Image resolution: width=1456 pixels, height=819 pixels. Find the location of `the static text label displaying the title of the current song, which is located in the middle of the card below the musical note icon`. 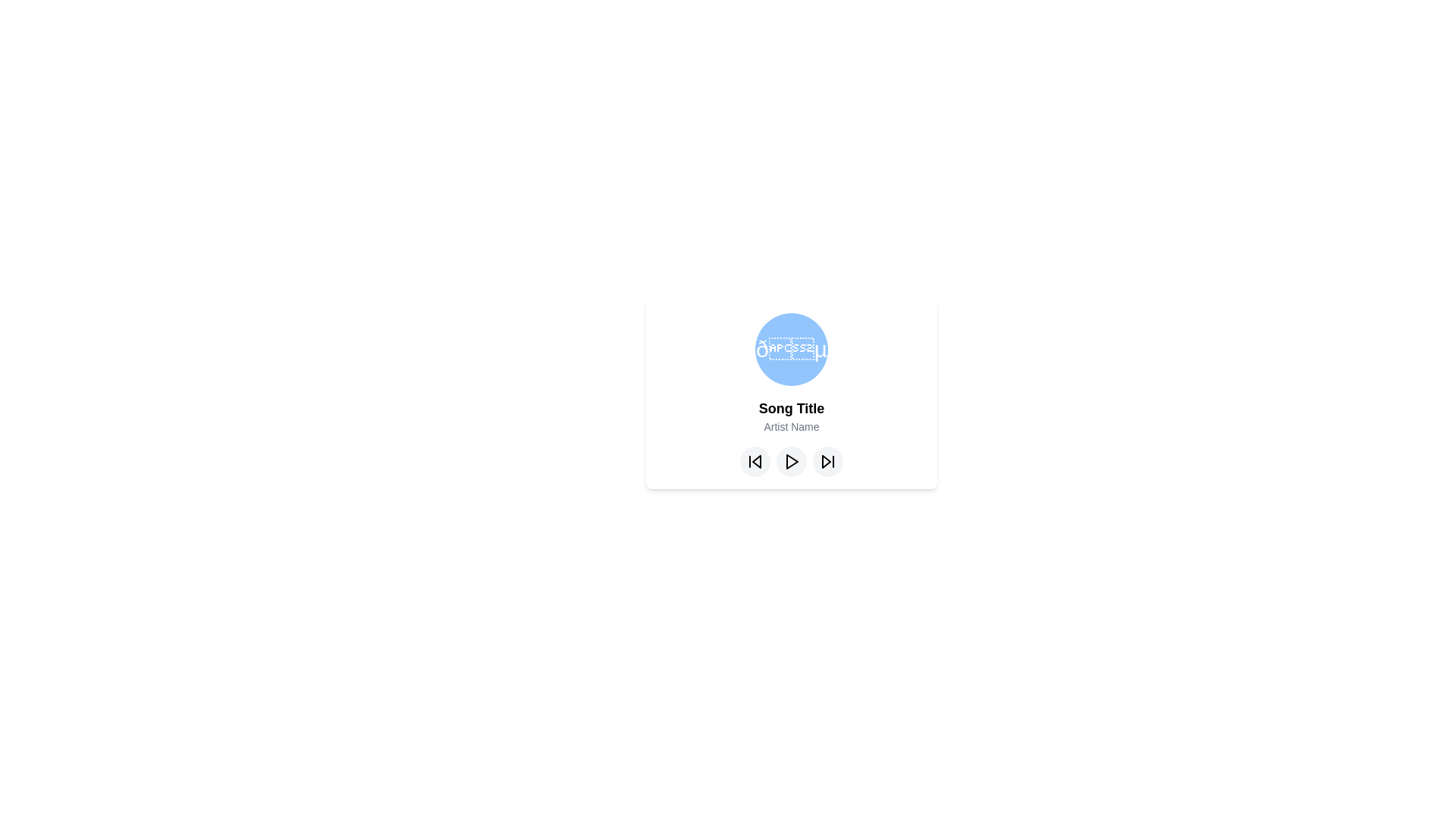

the static text label displaying the title of the current song, which is located in the middle of the card below the musical note icon is located at coordinates (790, 408).